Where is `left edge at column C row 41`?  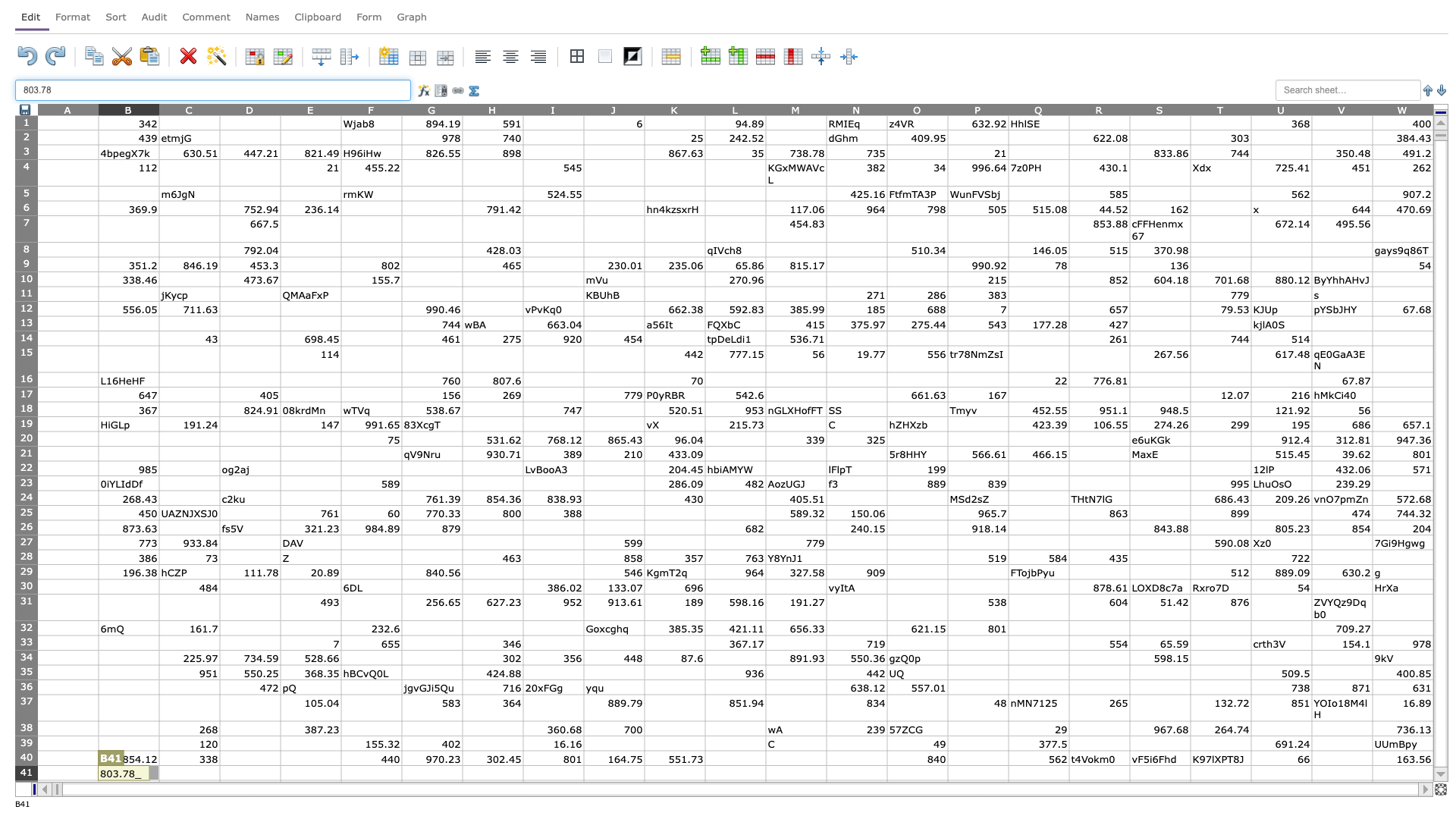 left edge at column C row 41 is located at coordinates (159, 773).